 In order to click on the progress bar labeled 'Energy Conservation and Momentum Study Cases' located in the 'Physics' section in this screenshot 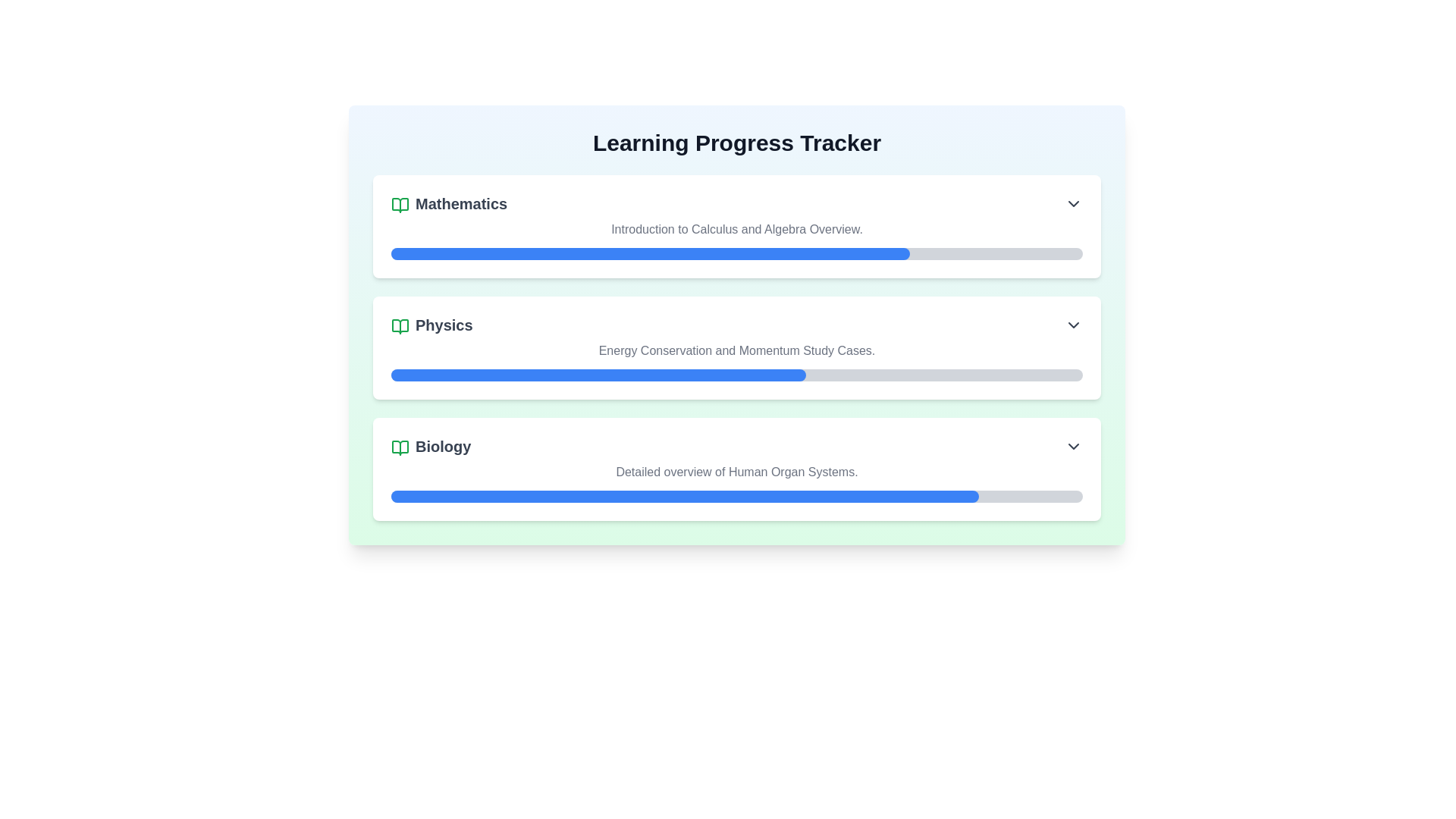, I will do `click(736, 362)`.